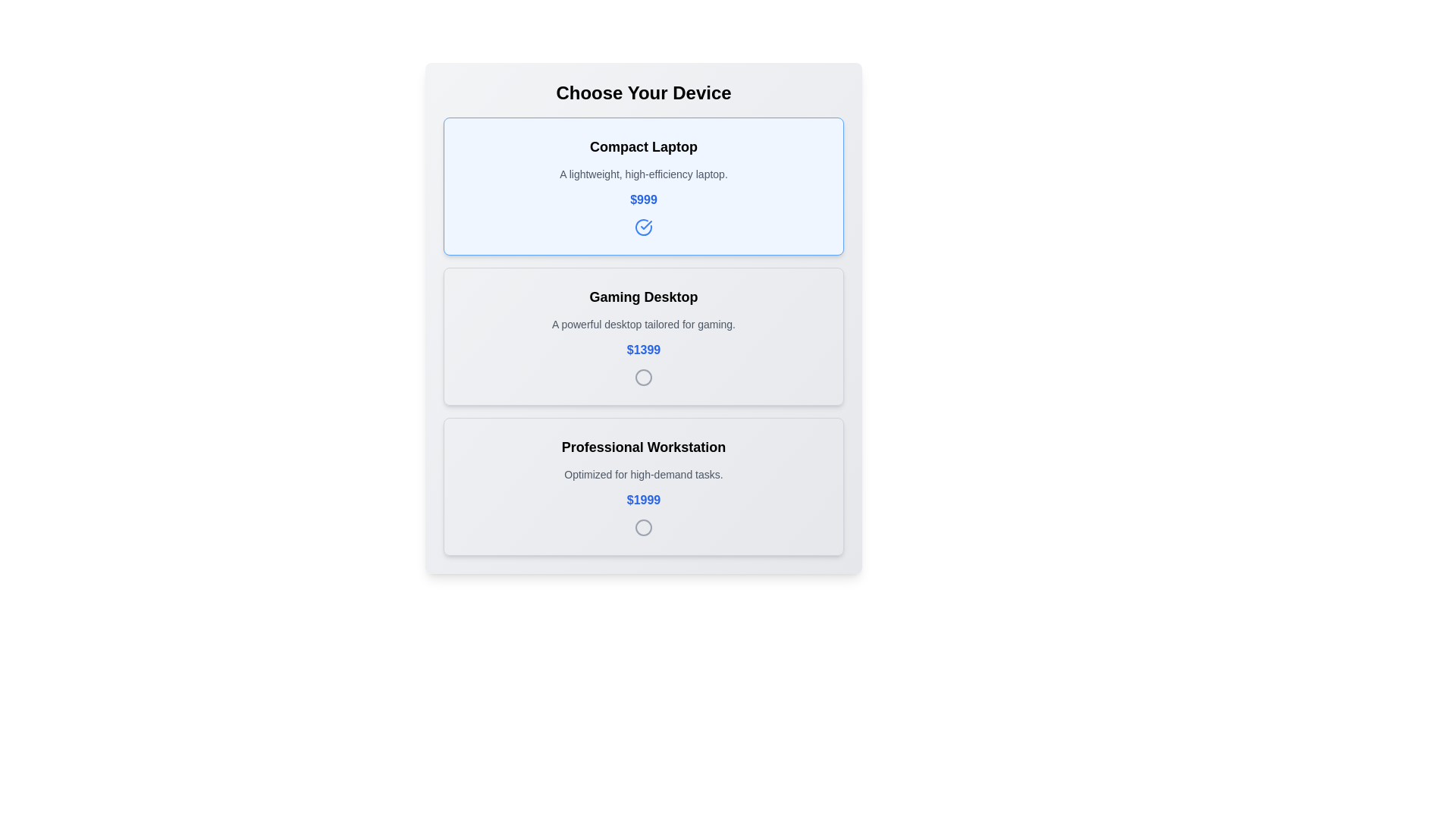  I want to click on the checkmark graphic indicating the selected state for the 'Compact Laptop' option located at the bottom right corner of the selection card beneath the price text '$999', so click(646, 225).